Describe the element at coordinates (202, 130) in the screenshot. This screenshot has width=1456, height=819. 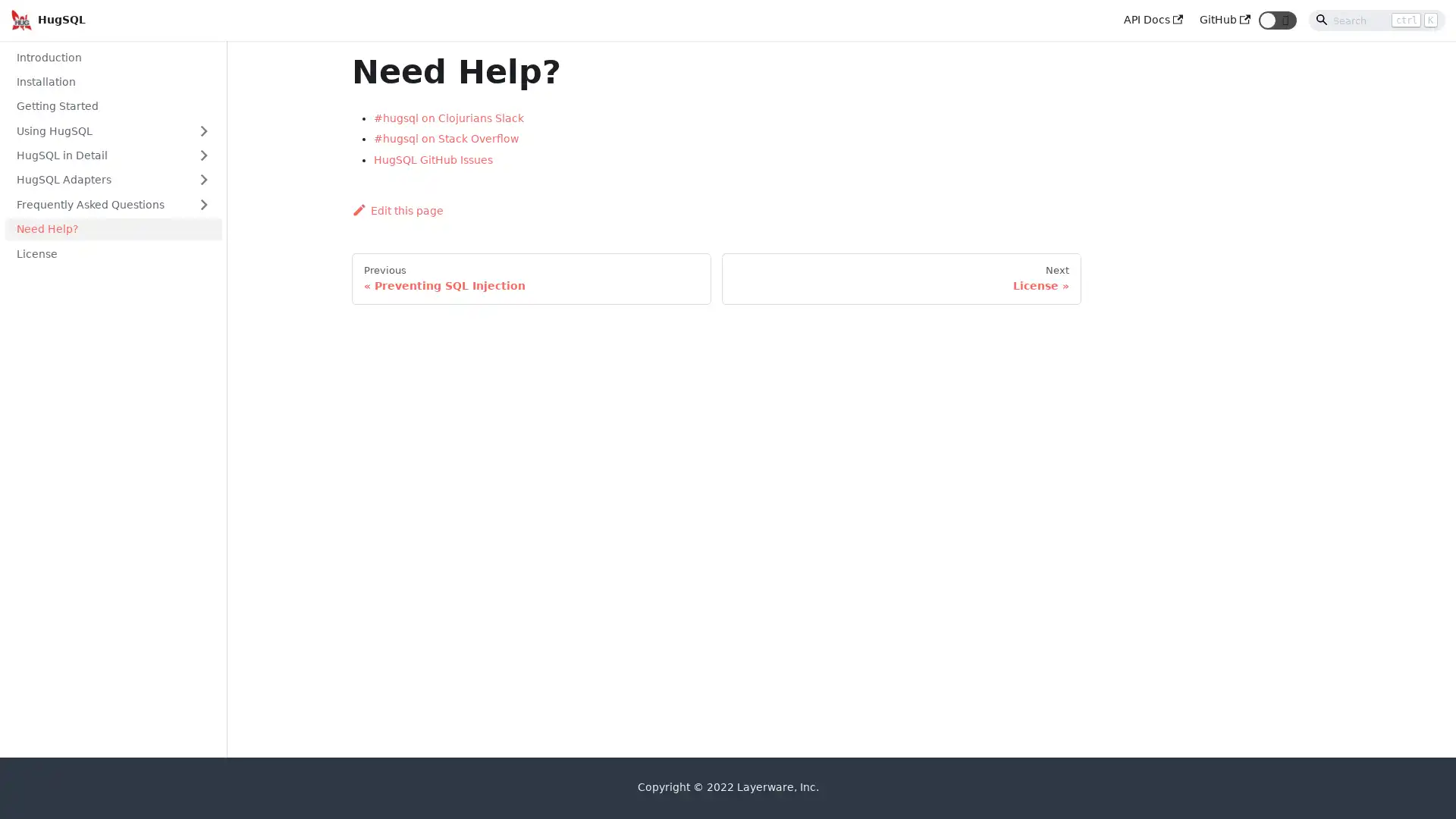
I see `Toggle the collapsible sidebar category 'Using HugSQL'` at that location.